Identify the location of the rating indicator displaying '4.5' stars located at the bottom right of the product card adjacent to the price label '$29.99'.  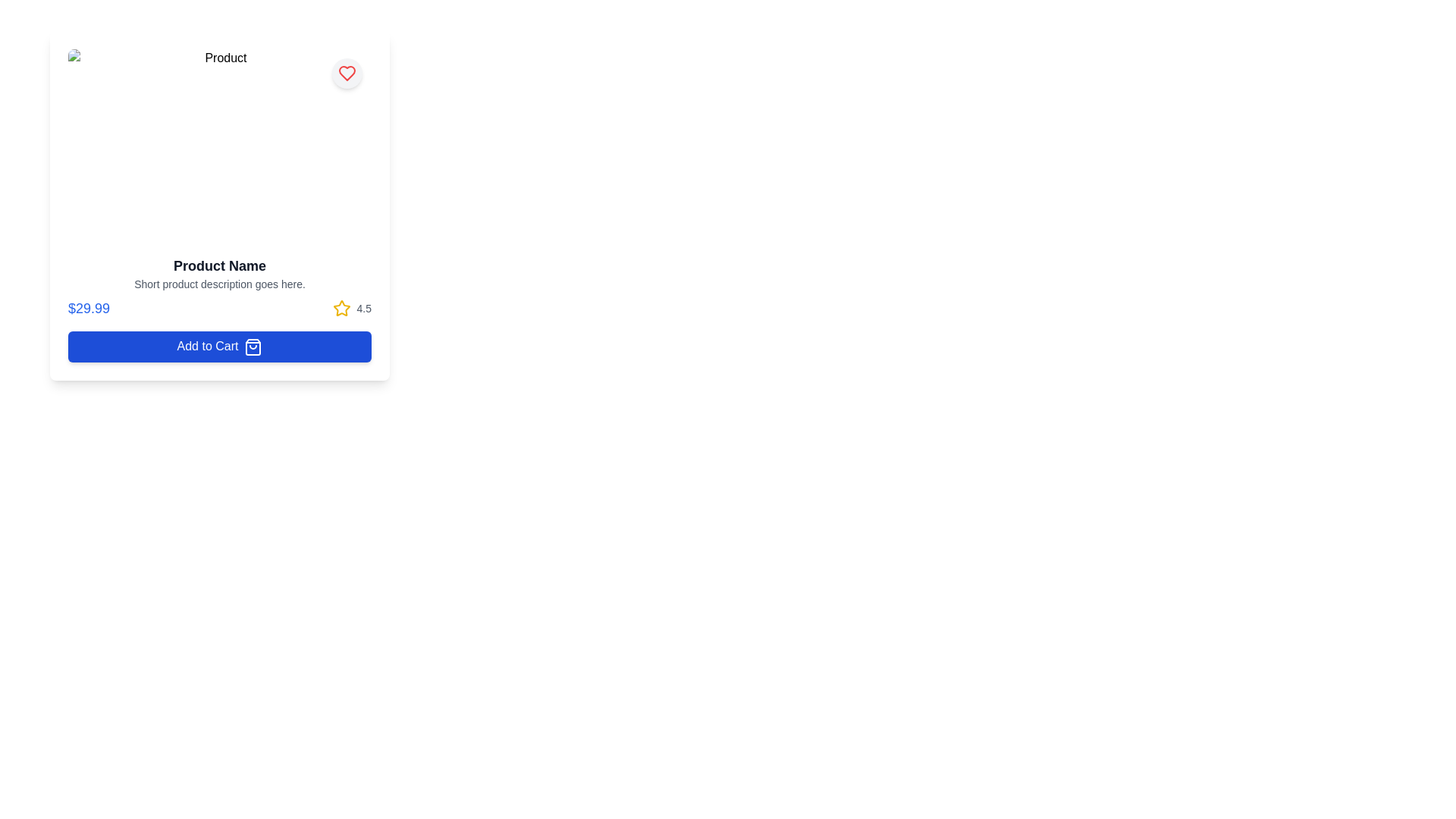
(351, 308).